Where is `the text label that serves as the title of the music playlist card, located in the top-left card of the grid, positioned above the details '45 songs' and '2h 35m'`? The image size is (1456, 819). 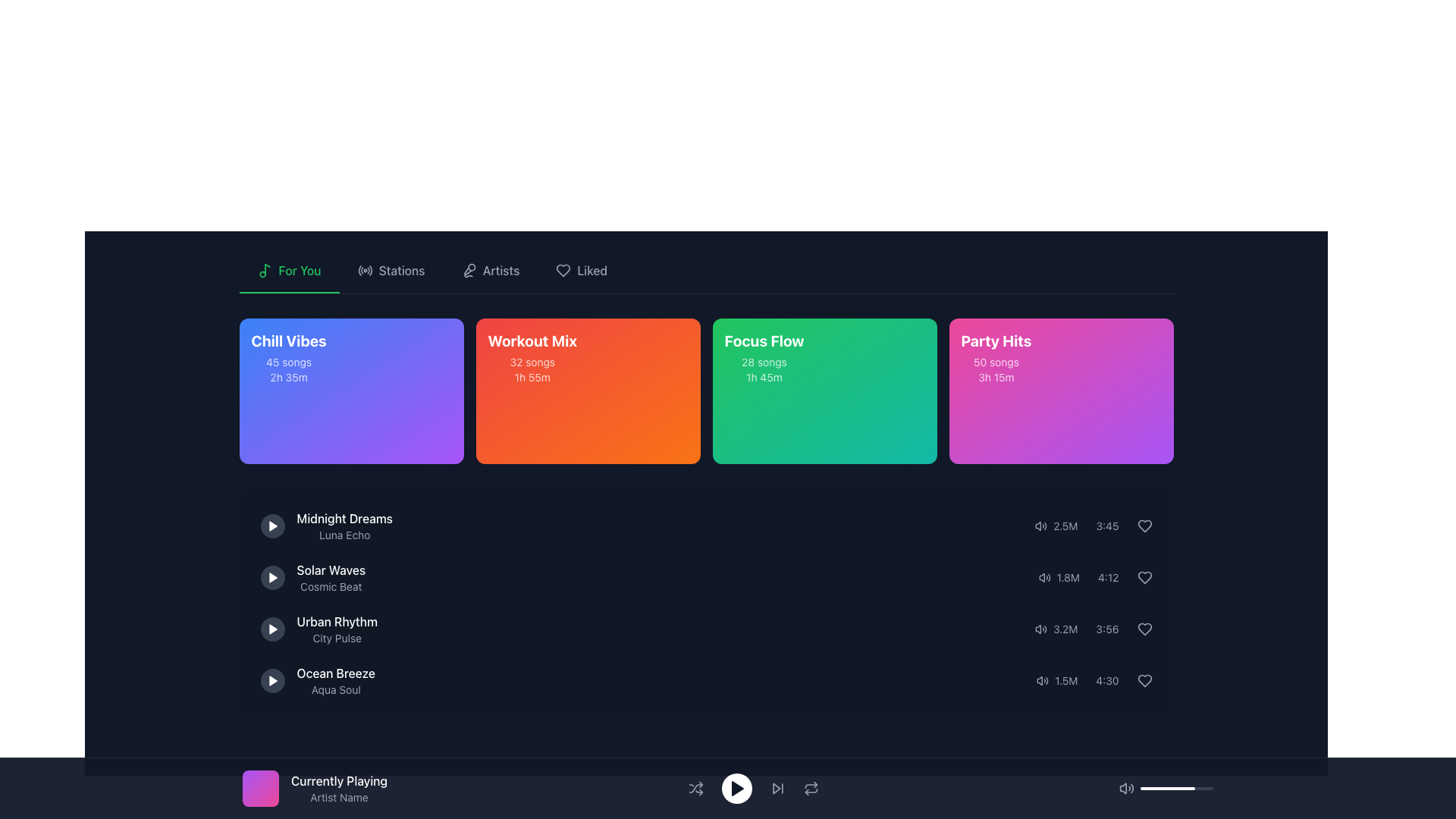
the text label that serves as the title of the music playlist card, located in the top-left card of the grid, positioned above the details '45 songs' and '2h 35m' is located at coordinates (289, 341).